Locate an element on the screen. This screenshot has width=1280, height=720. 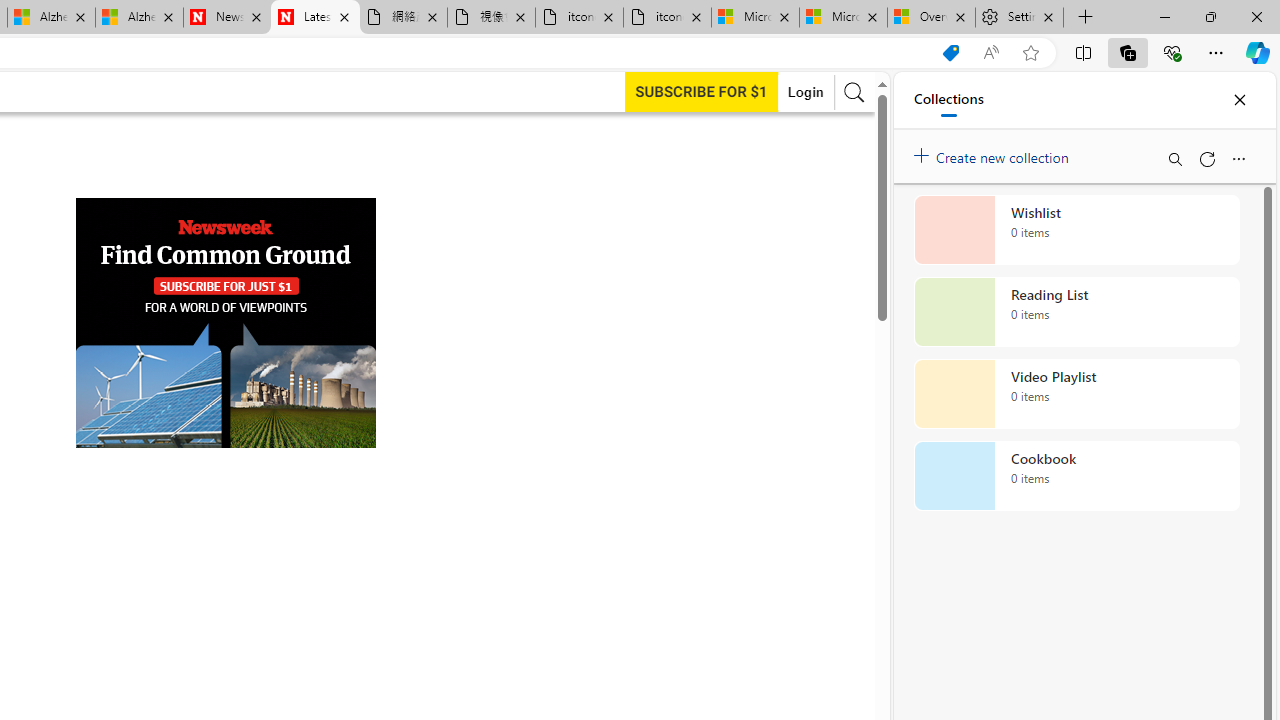
'itconcepthk.com/projector_solutions.mp4' is located at coordinates (666, 17).